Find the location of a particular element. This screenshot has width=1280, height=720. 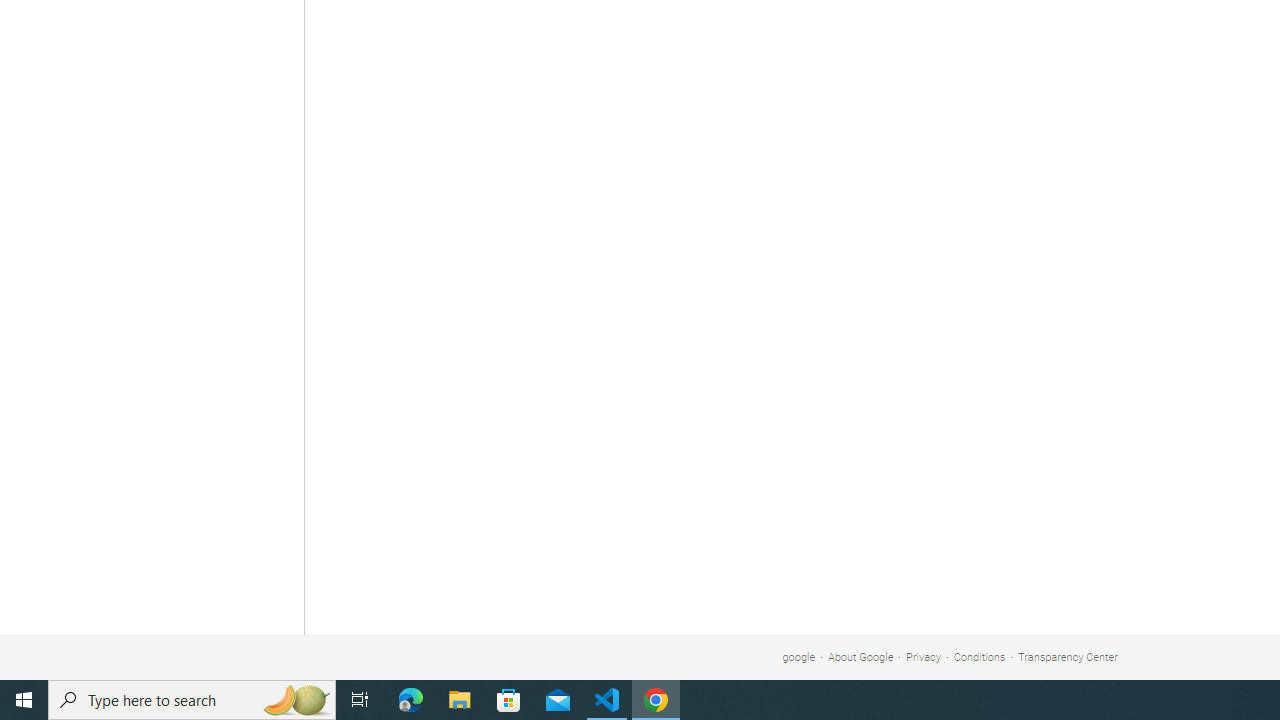

'Visual Studio Code - 1 running window' is located at coordinates (606, 698).